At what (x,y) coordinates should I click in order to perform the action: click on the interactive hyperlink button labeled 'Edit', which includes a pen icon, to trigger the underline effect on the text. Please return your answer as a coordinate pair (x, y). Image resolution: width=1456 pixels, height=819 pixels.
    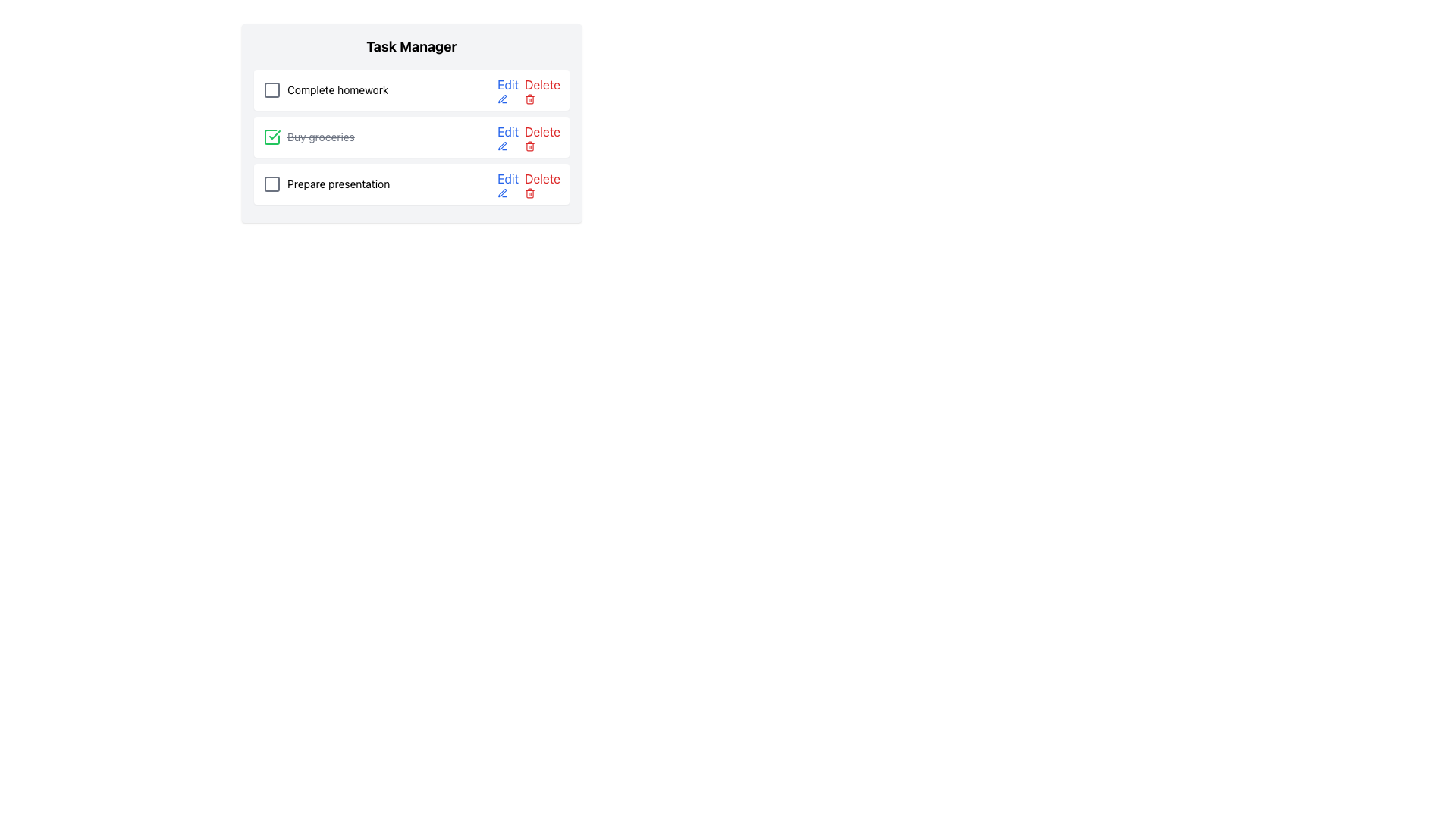
    Looking at the image, I should click on (508, 184).